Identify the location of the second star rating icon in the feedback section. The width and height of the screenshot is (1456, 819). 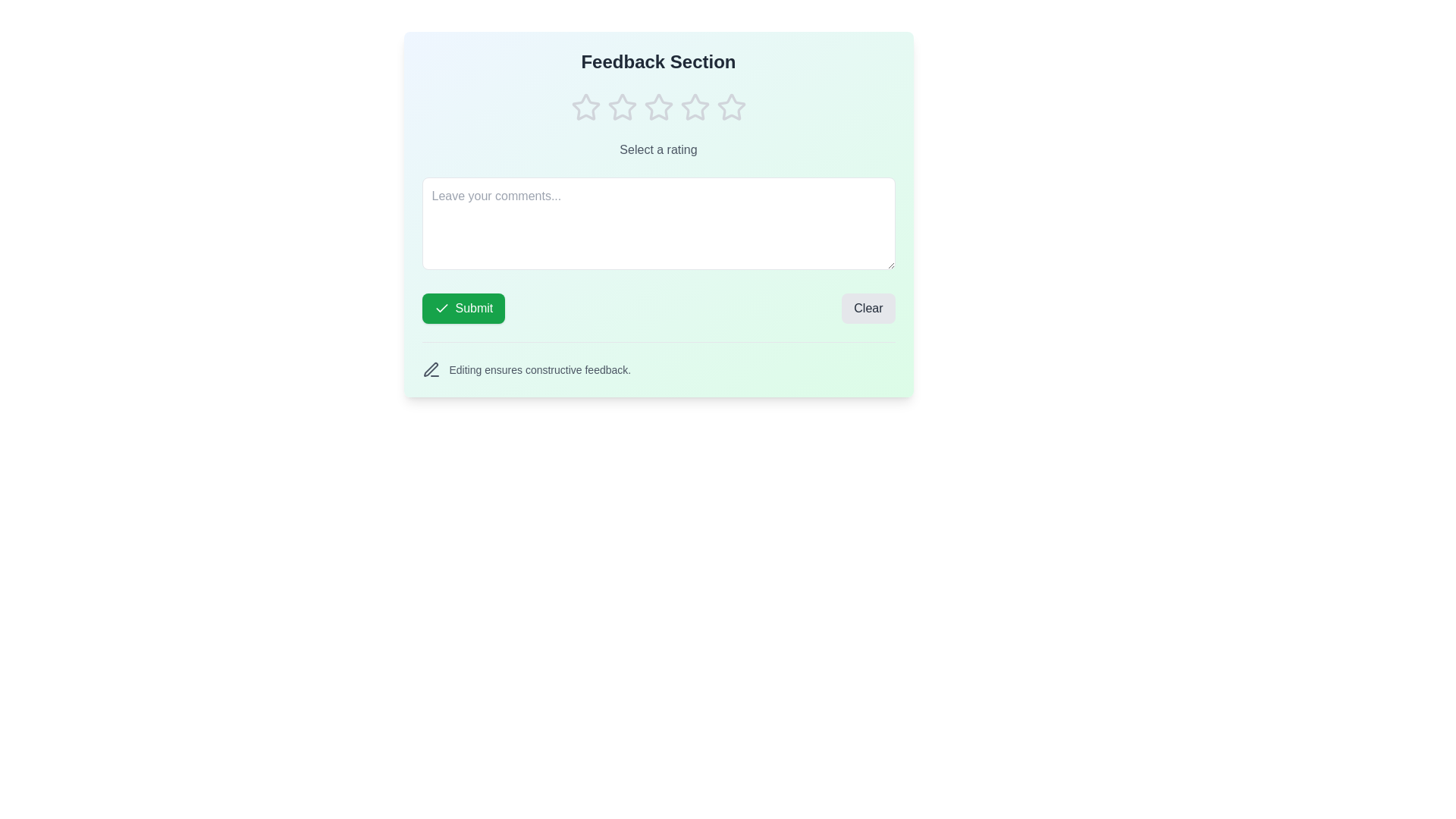
(622, 106).